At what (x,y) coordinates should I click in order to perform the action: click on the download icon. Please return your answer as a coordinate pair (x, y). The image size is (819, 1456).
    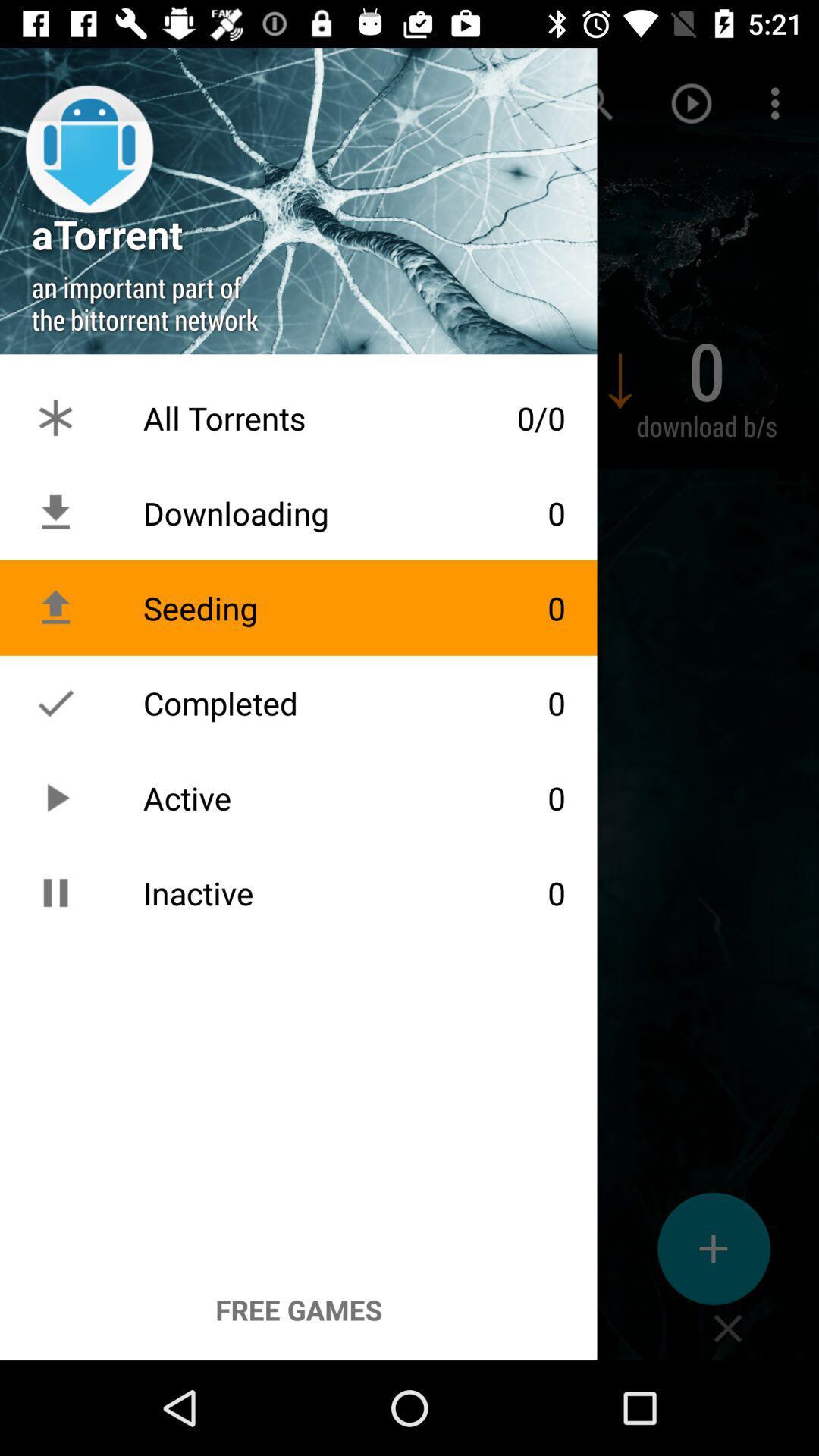
    Looking at the image, I should click on (55, 513).